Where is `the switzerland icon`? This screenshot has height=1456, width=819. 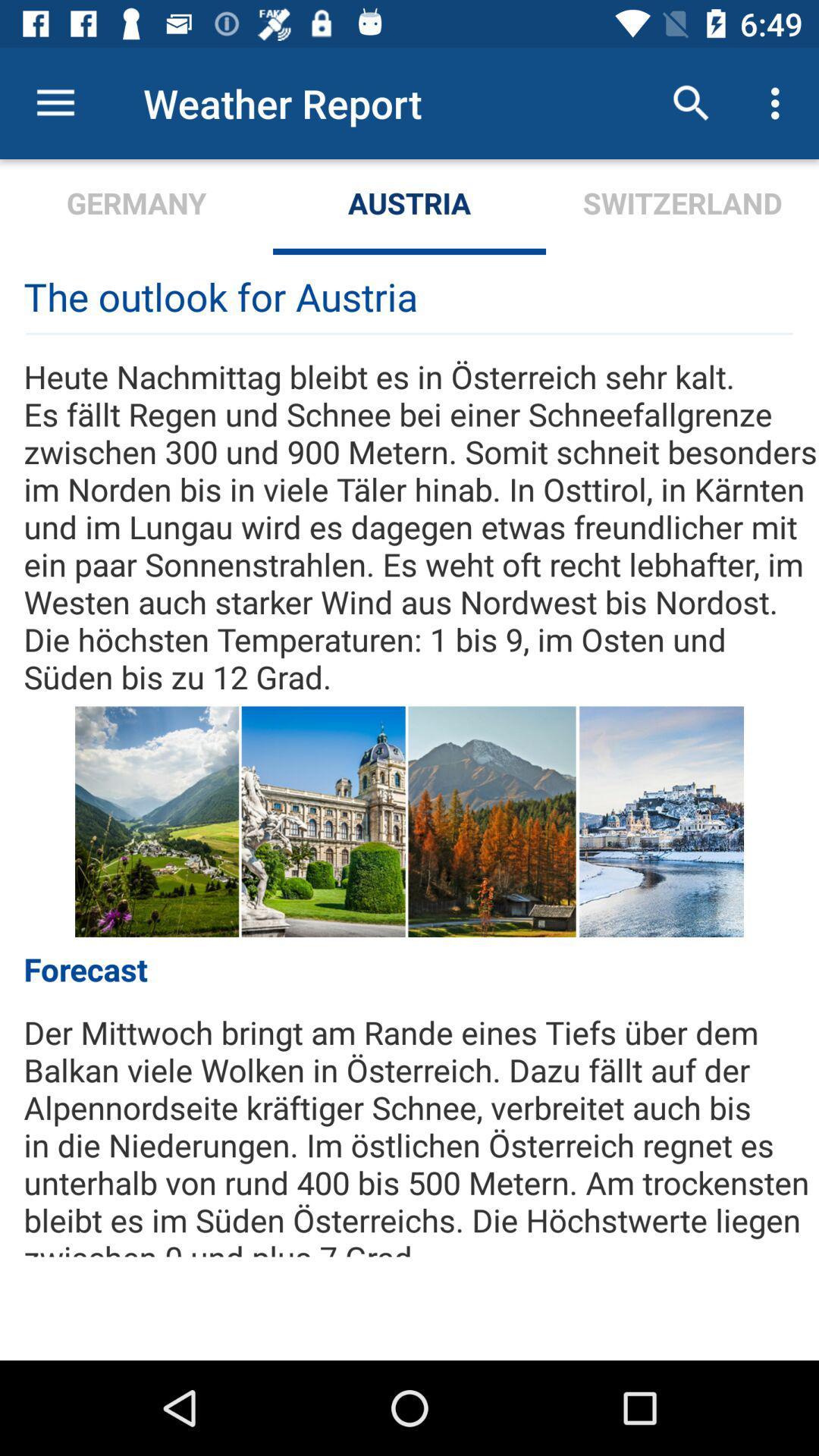 the switzerland icon is located at coordinates (681, 206).